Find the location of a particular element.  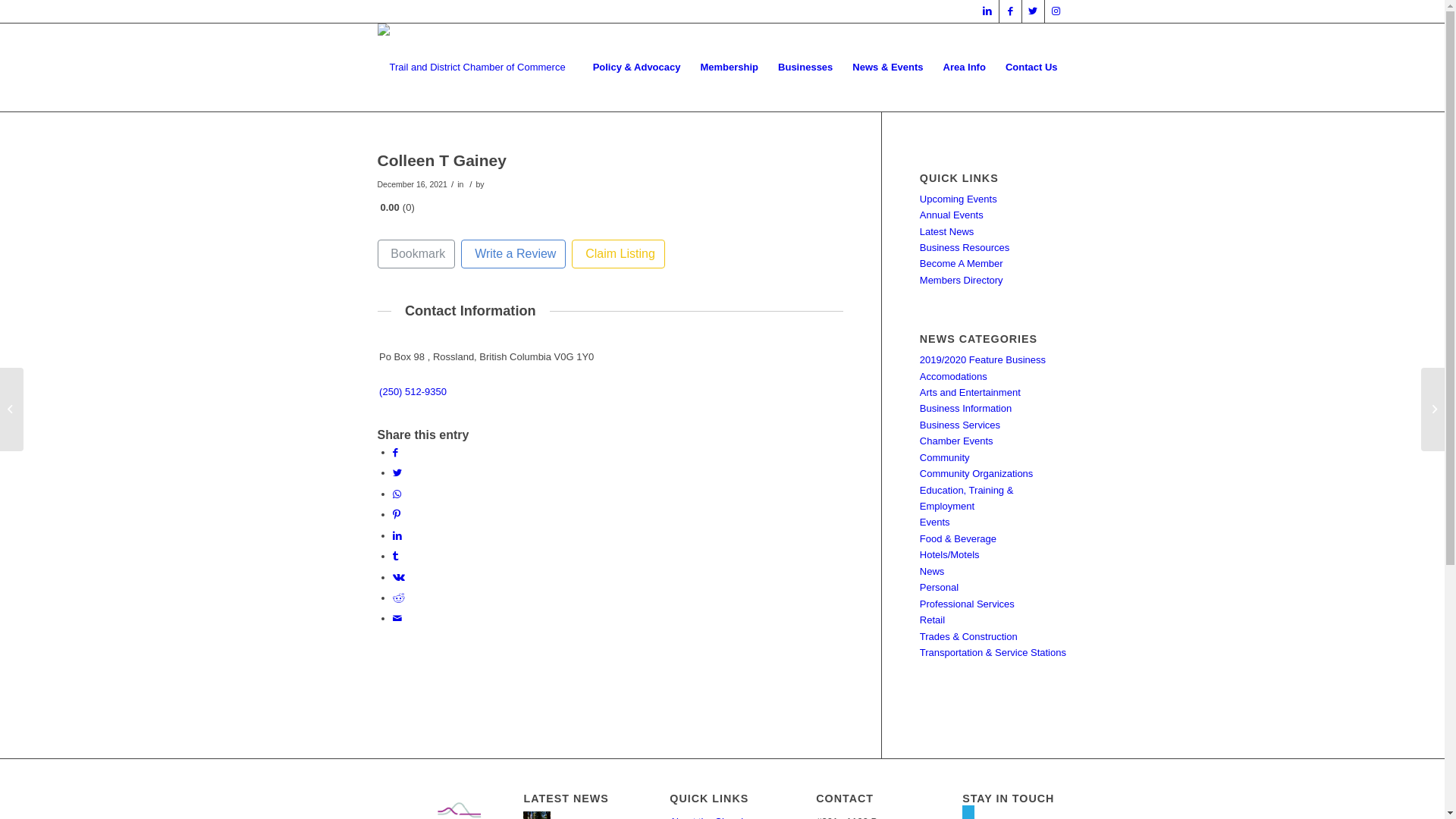

'Community' is located at coordinates (944, 457).